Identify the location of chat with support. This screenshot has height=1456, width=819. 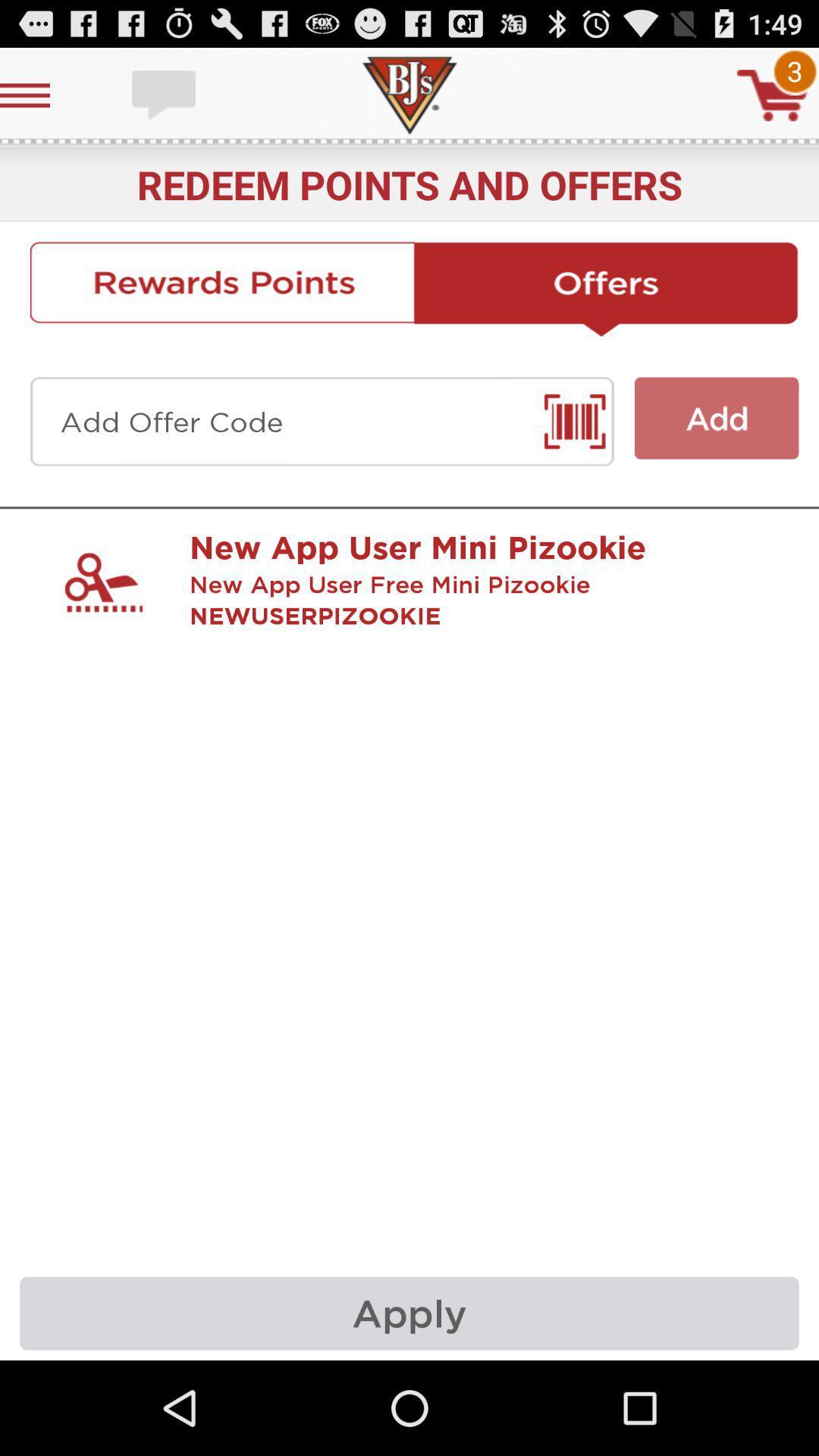
(165, 94).